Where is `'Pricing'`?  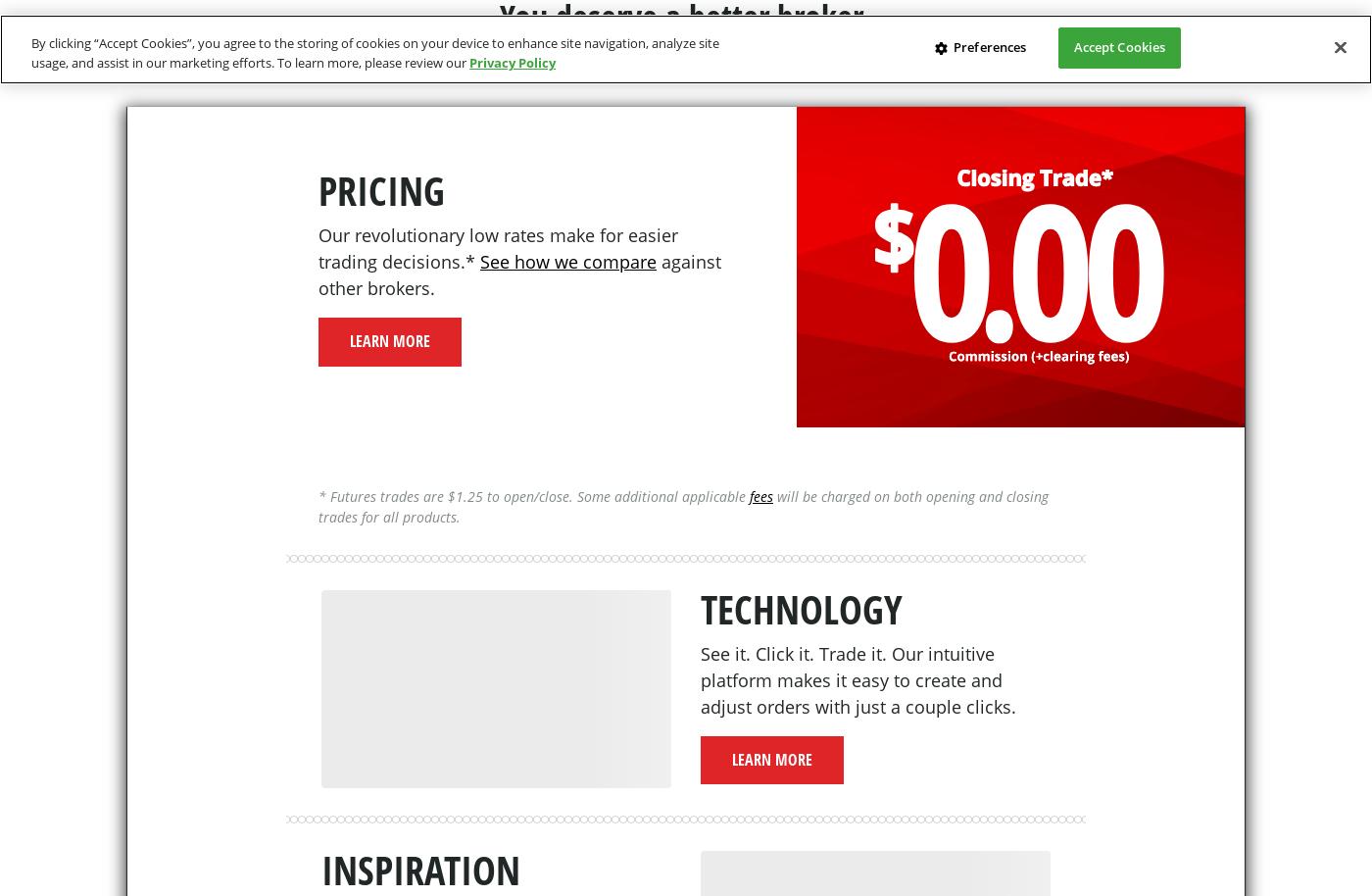 'Pricing' is located at coordinates (381, 190).